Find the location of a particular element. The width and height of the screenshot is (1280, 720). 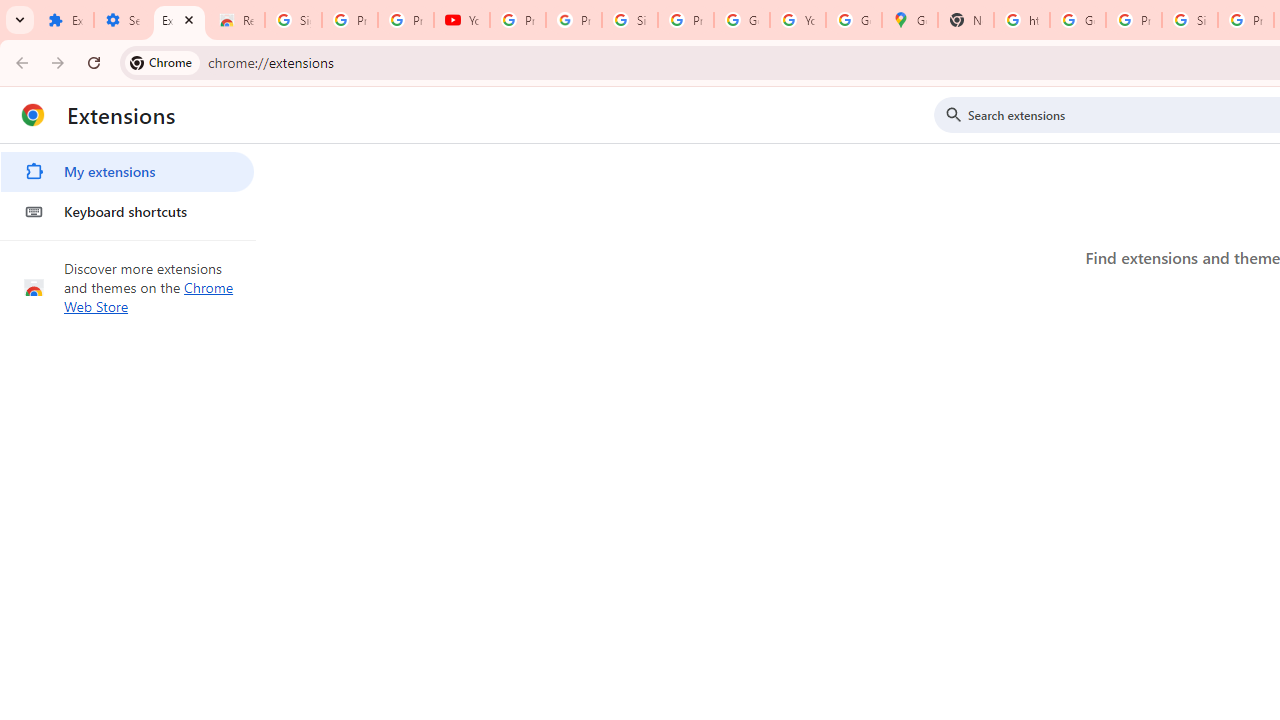

'New Tab' is located at coordinates (966, 20).